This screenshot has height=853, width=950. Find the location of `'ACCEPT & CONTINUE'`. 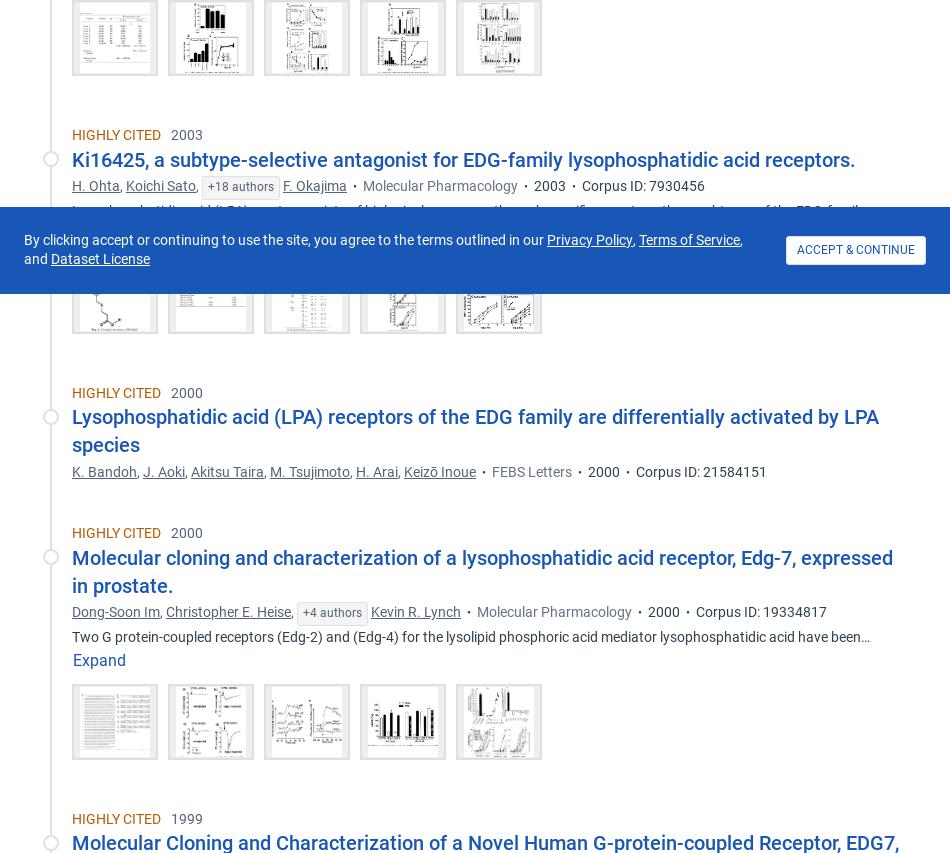

'ACCEPT & CONTINUE' is located at coordinates (855, 250).